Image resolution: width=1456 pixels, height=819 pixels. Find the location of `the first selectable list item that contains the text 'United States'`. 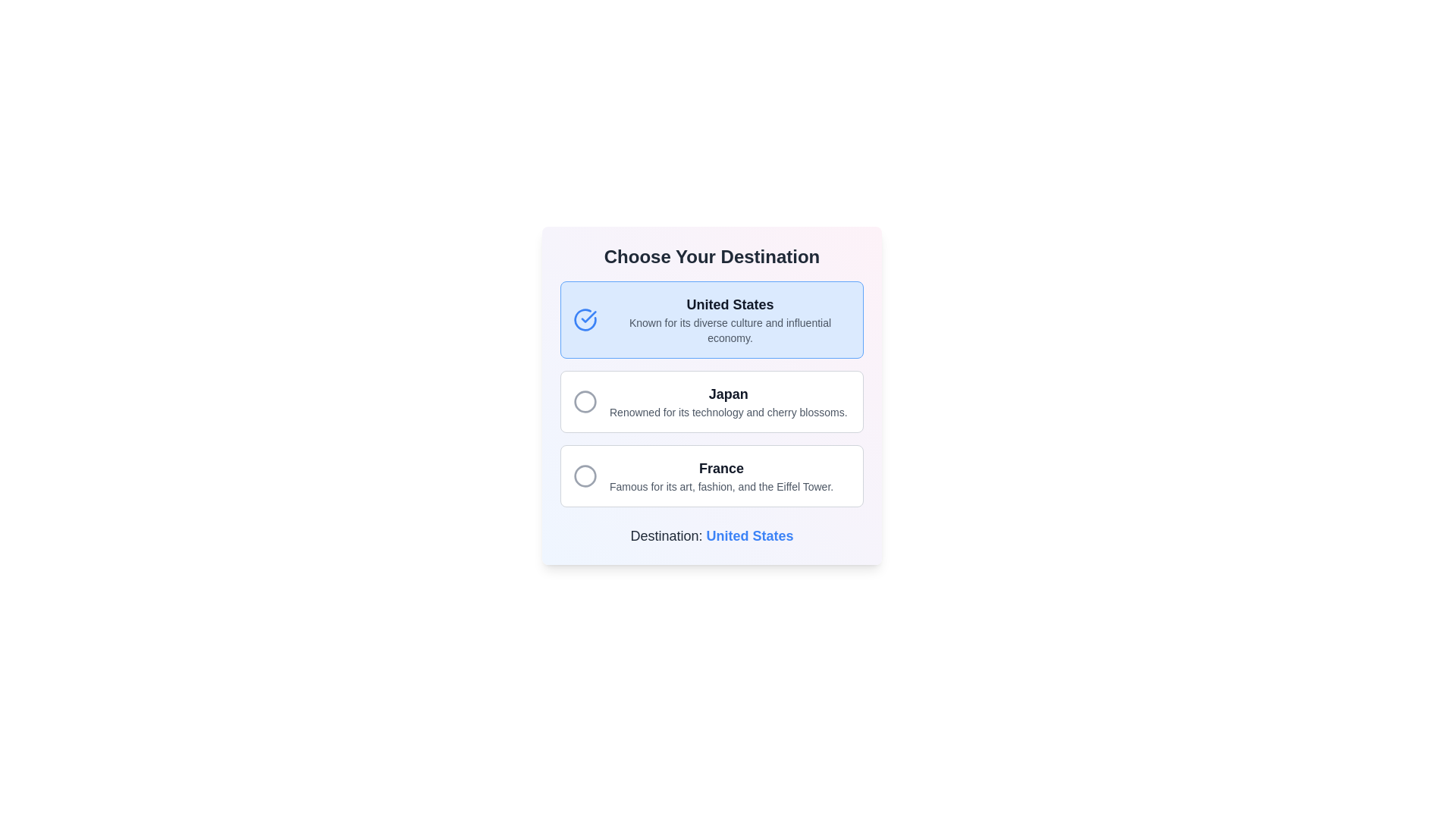

the first selectable list item that contains the text 'United States' is located at coordinates (730, 318).